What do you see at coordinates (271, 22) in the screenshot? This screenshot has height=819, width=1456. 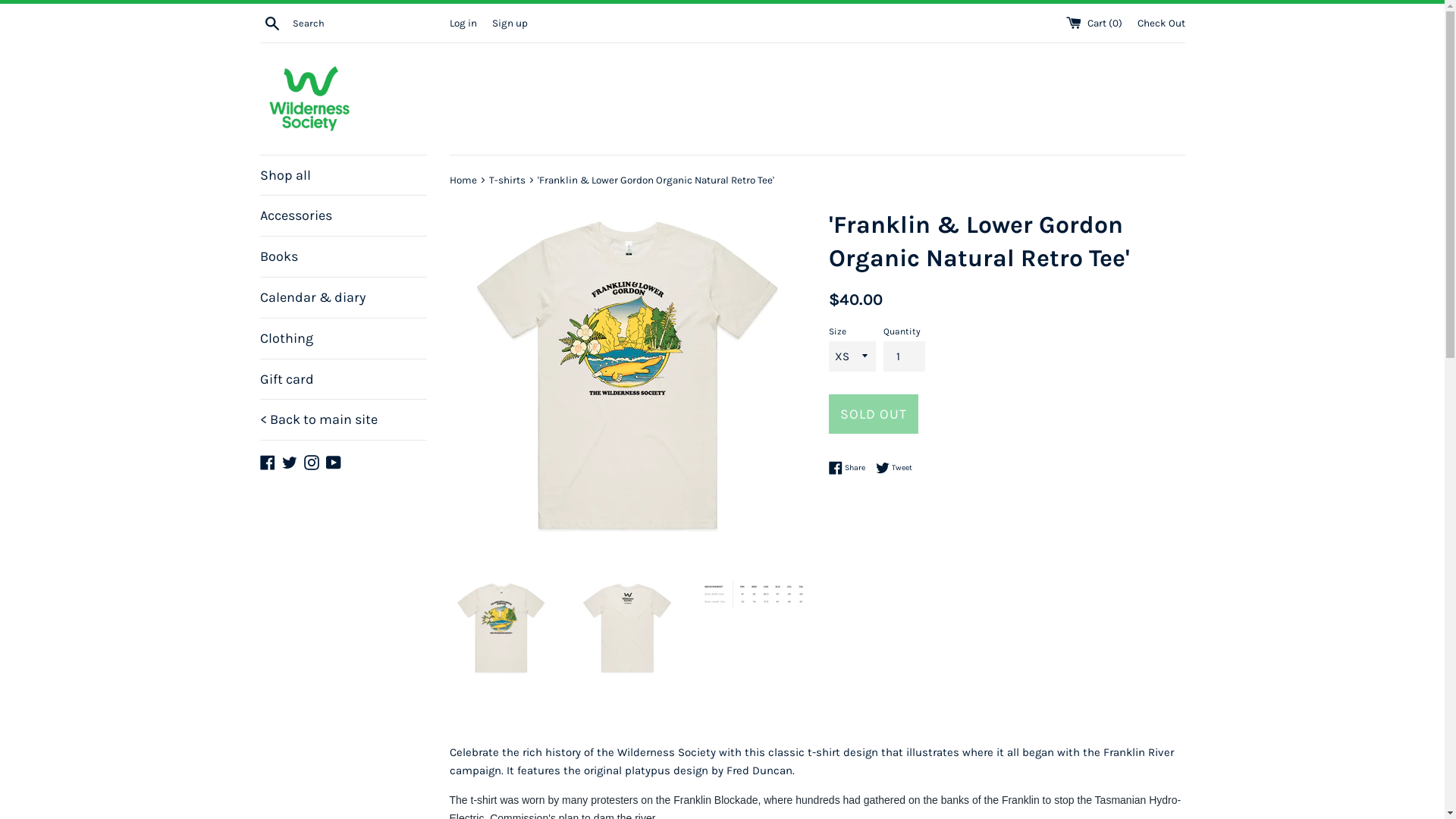 I see `'Search'` at bounding box center [271, 22].